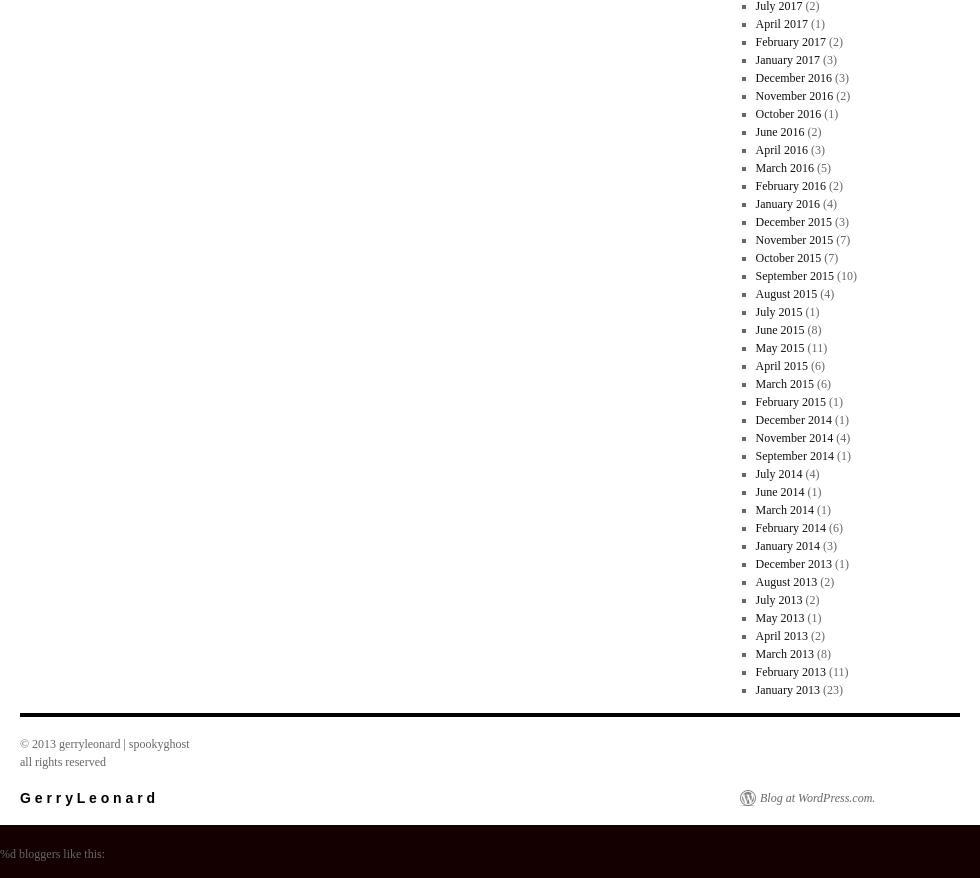 The width and height of the screenshot is (980, 878). Describe the element at coordinates (779, 130) in the screenshot. I see `'June 2016'` at that location.